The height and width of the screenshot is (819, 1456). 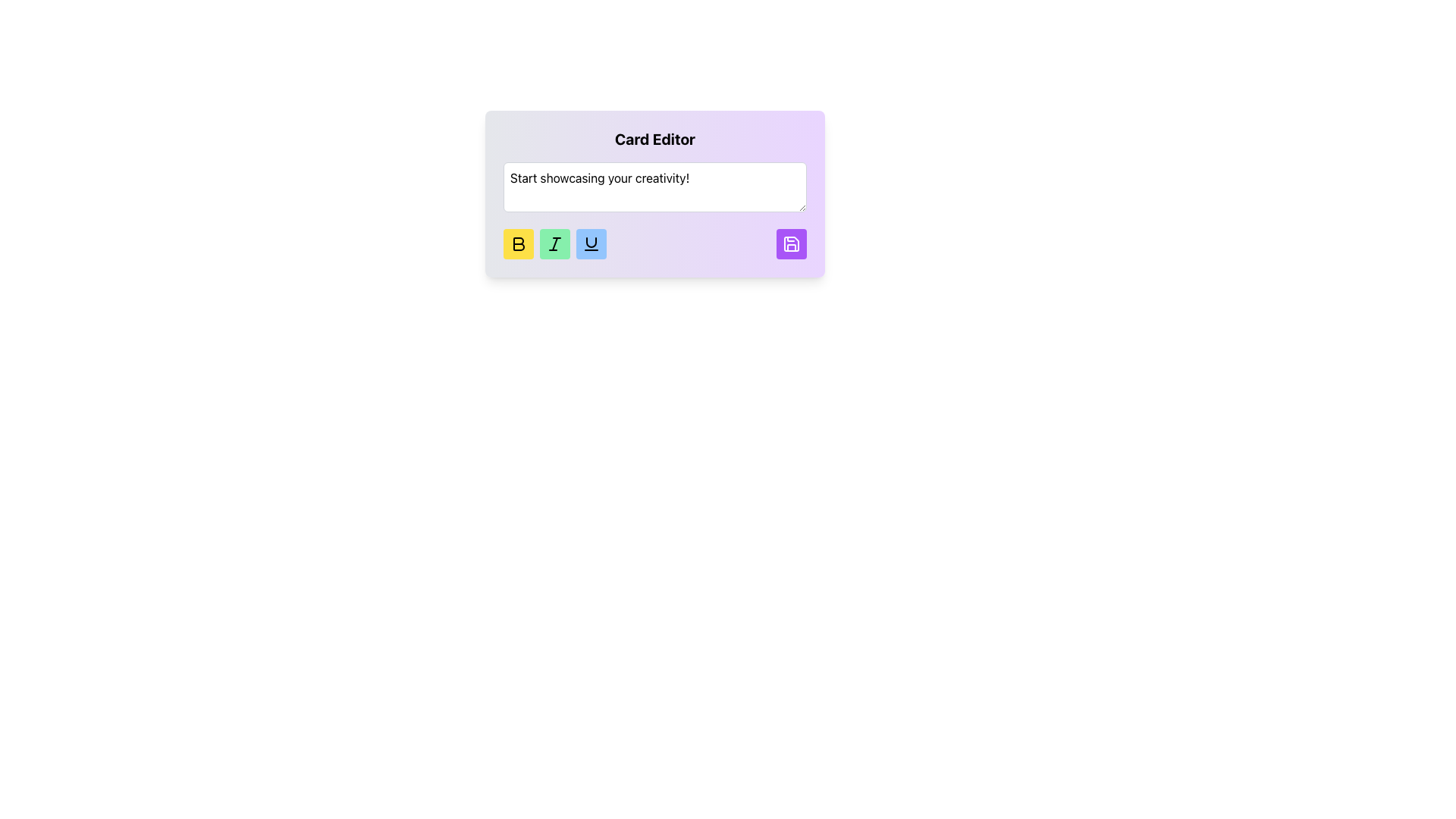 I want to click on the blue button with an underlined 'U' icon, so click(x=590, y=243).